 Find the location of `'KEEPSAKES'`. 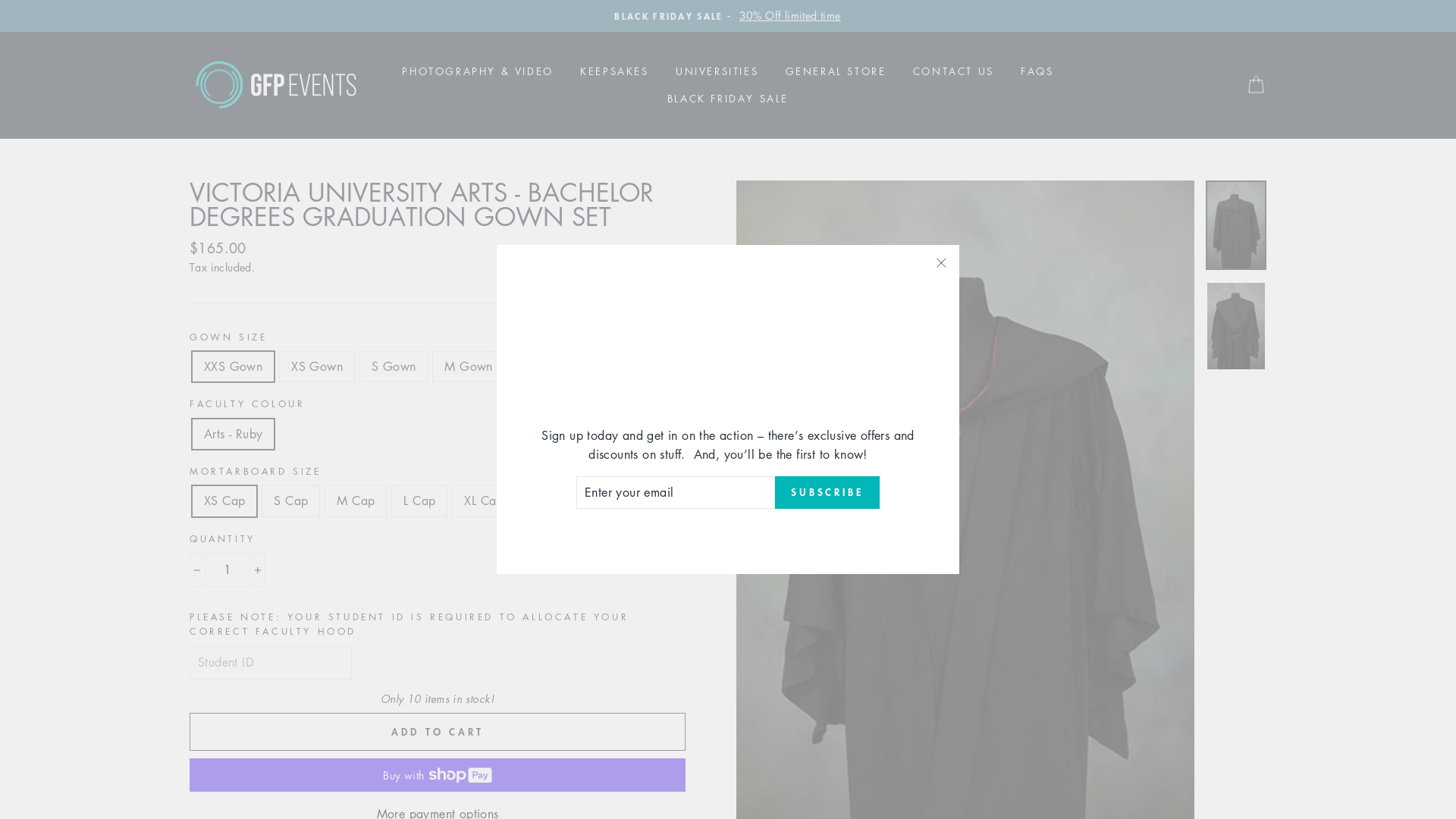

'KEEPSAKES' is located at coordinates (614, 71).